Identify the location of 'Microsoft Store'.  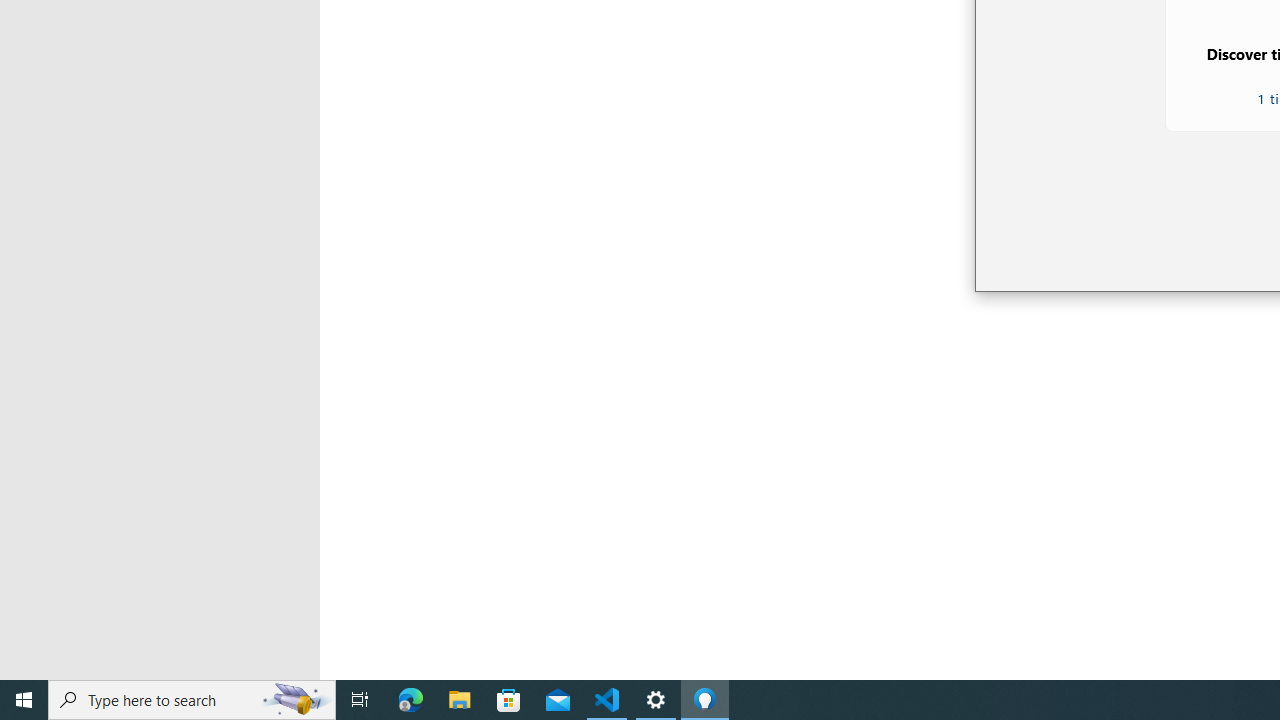
(509, 698).